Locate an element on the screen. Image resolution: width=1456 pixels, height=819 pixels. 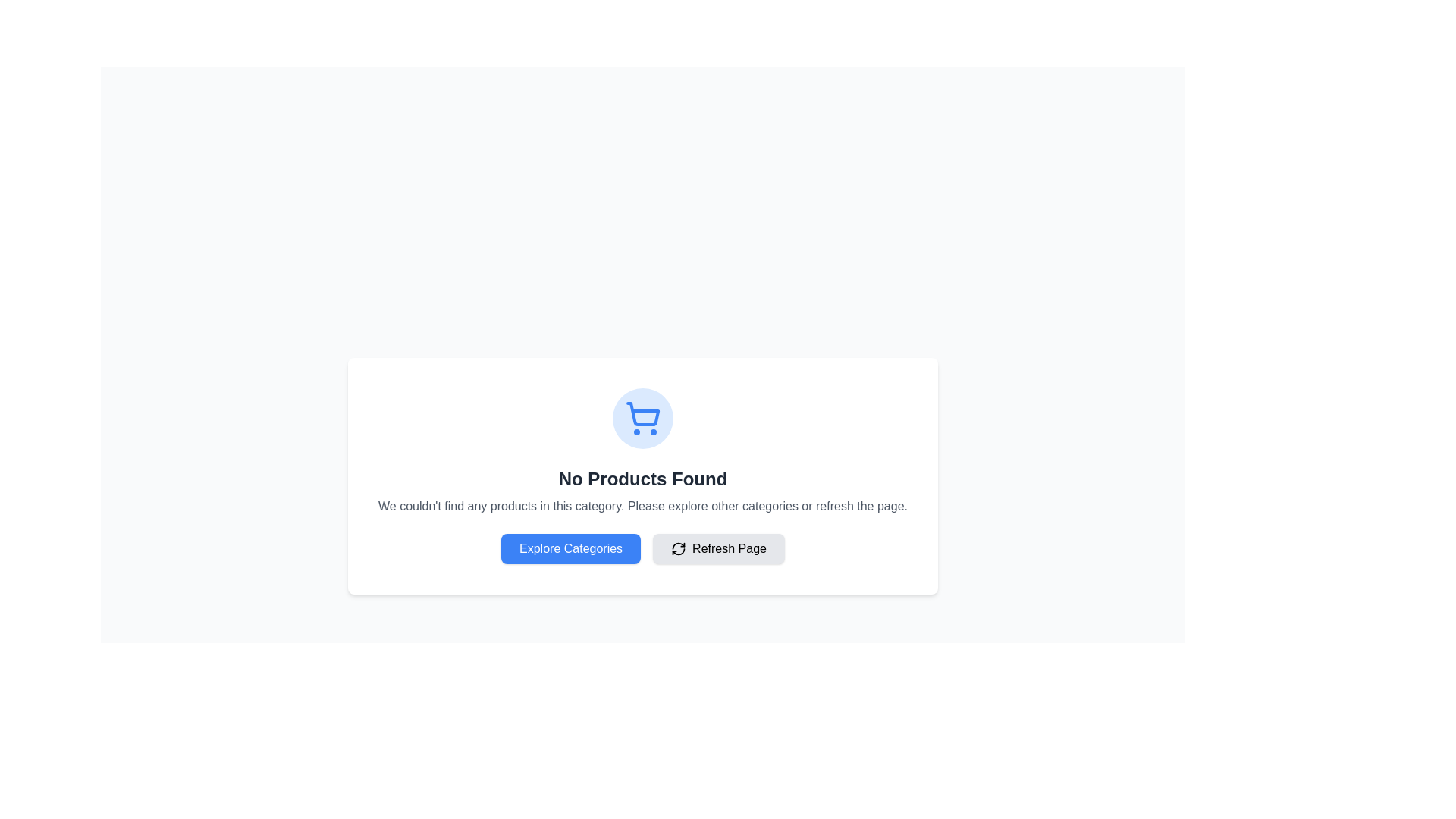
the 'Refresh Page' button located in the Interactive Button Group below the heading 'No Products Found' is located at coordinates (643, 549).